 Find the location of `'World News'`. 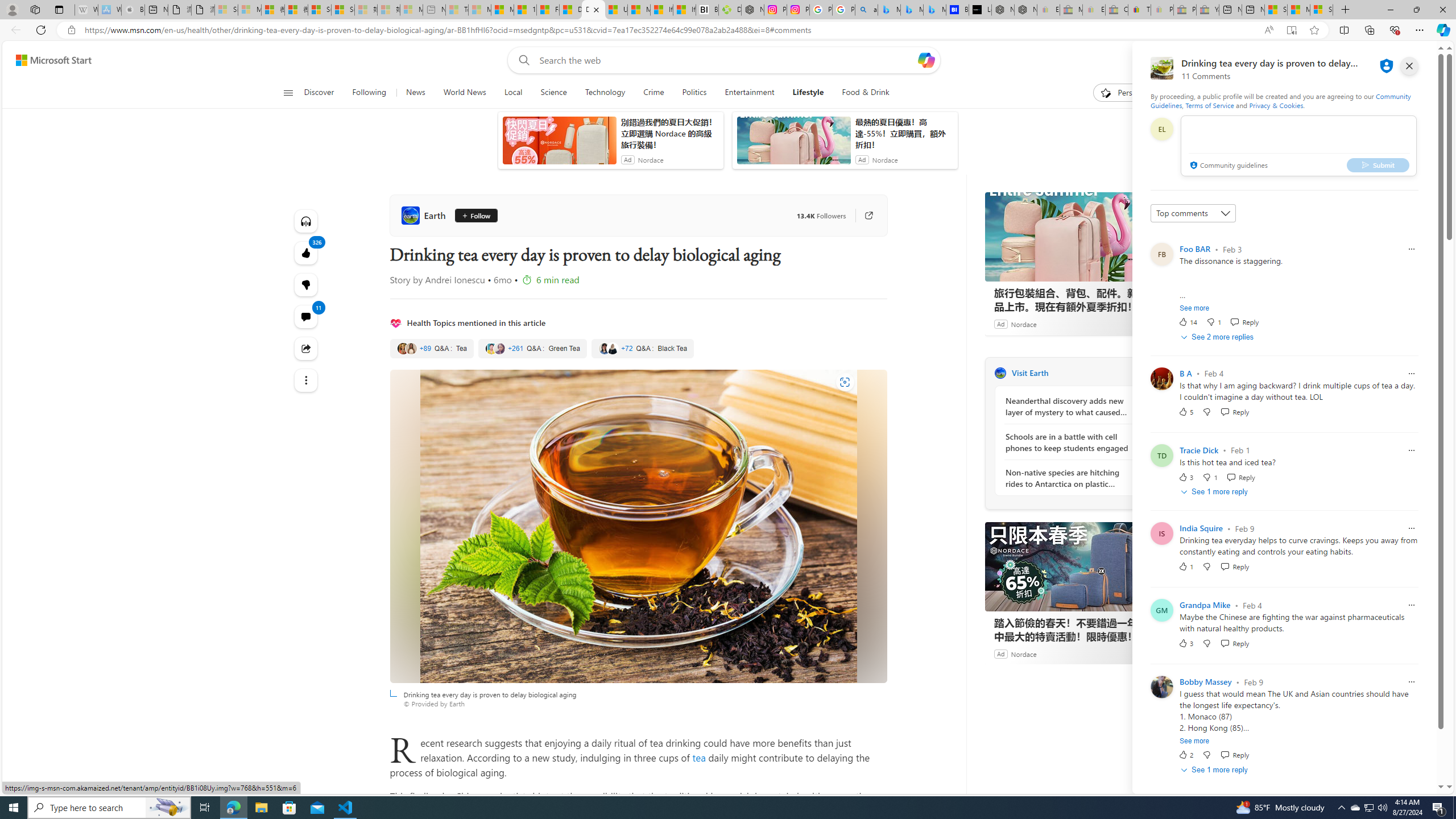

'World News' is located at coordinates (464, 92).